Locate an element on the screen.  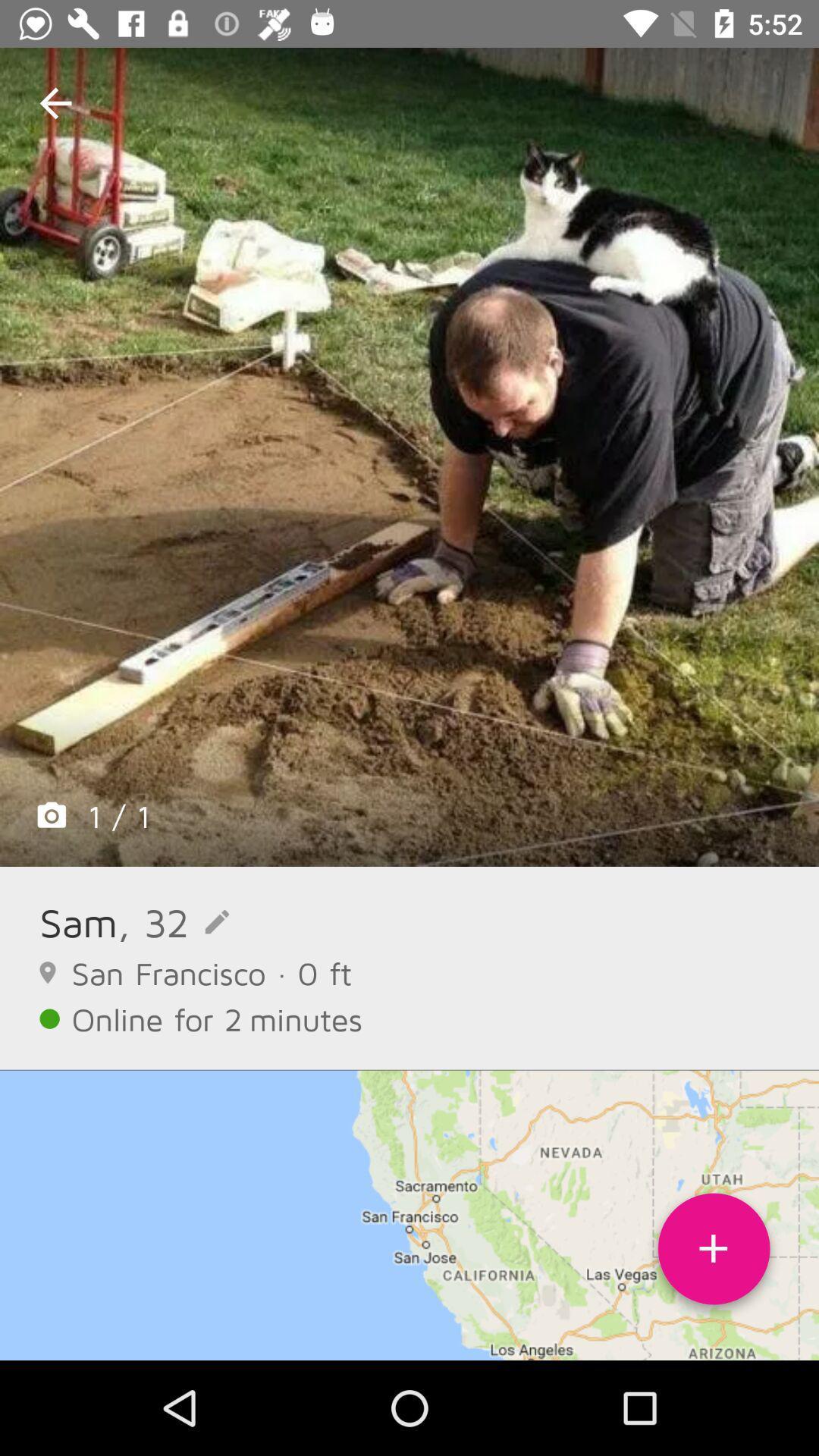
photo box is located at coordinates (409, 457).